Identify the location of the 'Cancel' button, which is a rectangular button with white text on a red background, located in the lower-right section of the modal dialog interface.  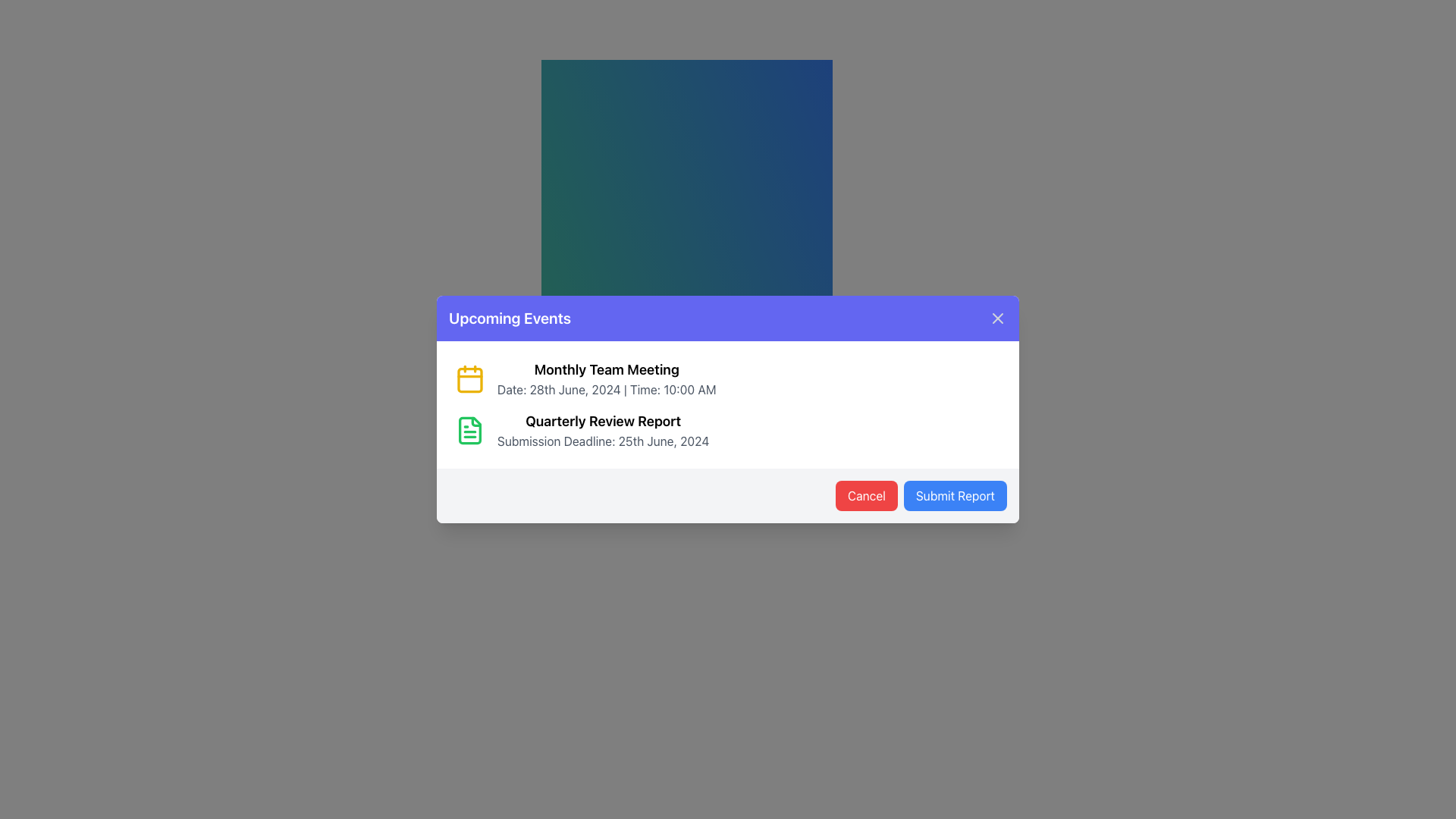
(866, 496).